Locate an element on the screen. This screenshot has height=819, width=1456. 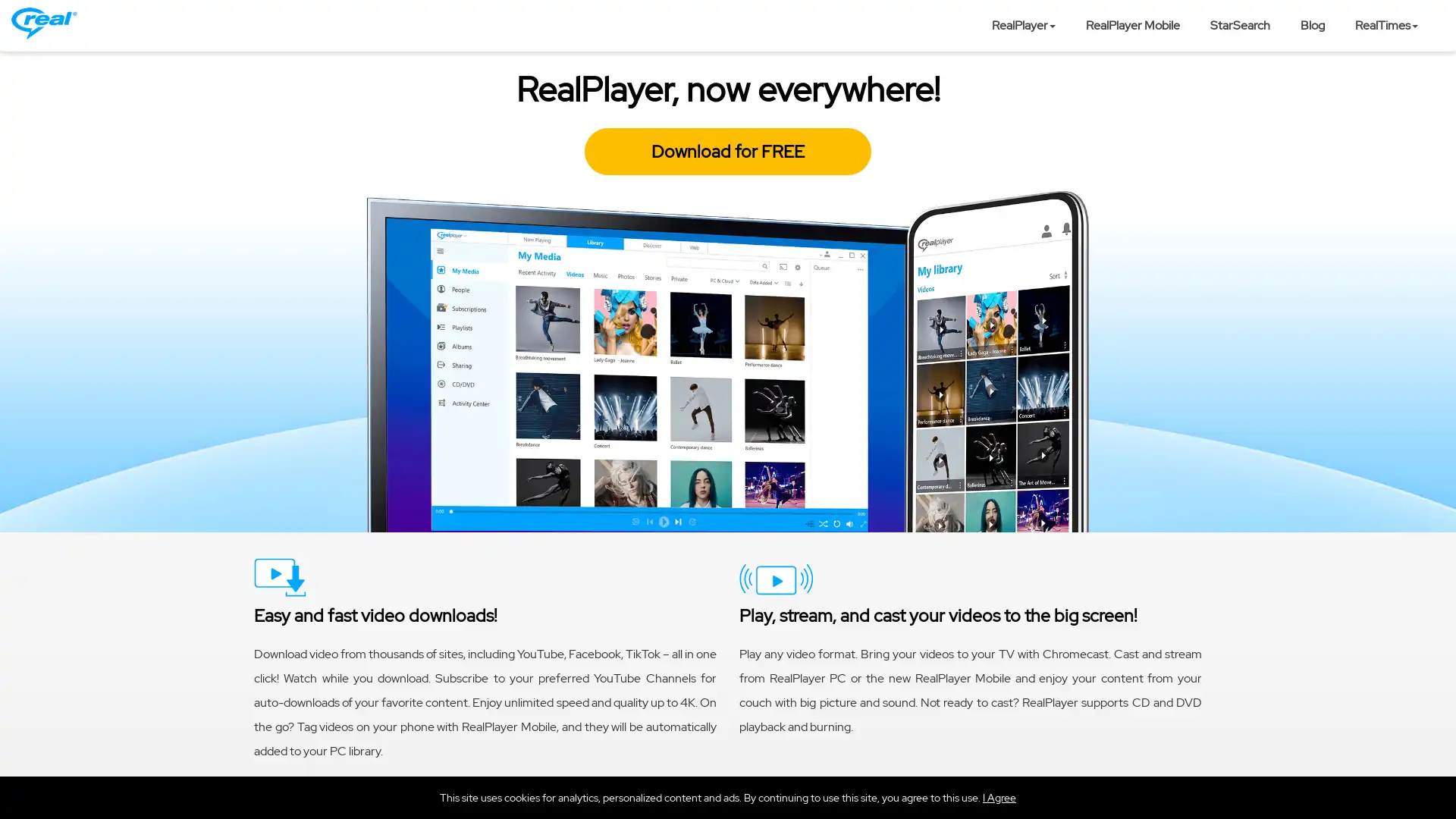
Download for FREE is located at coordinates (728, 152).